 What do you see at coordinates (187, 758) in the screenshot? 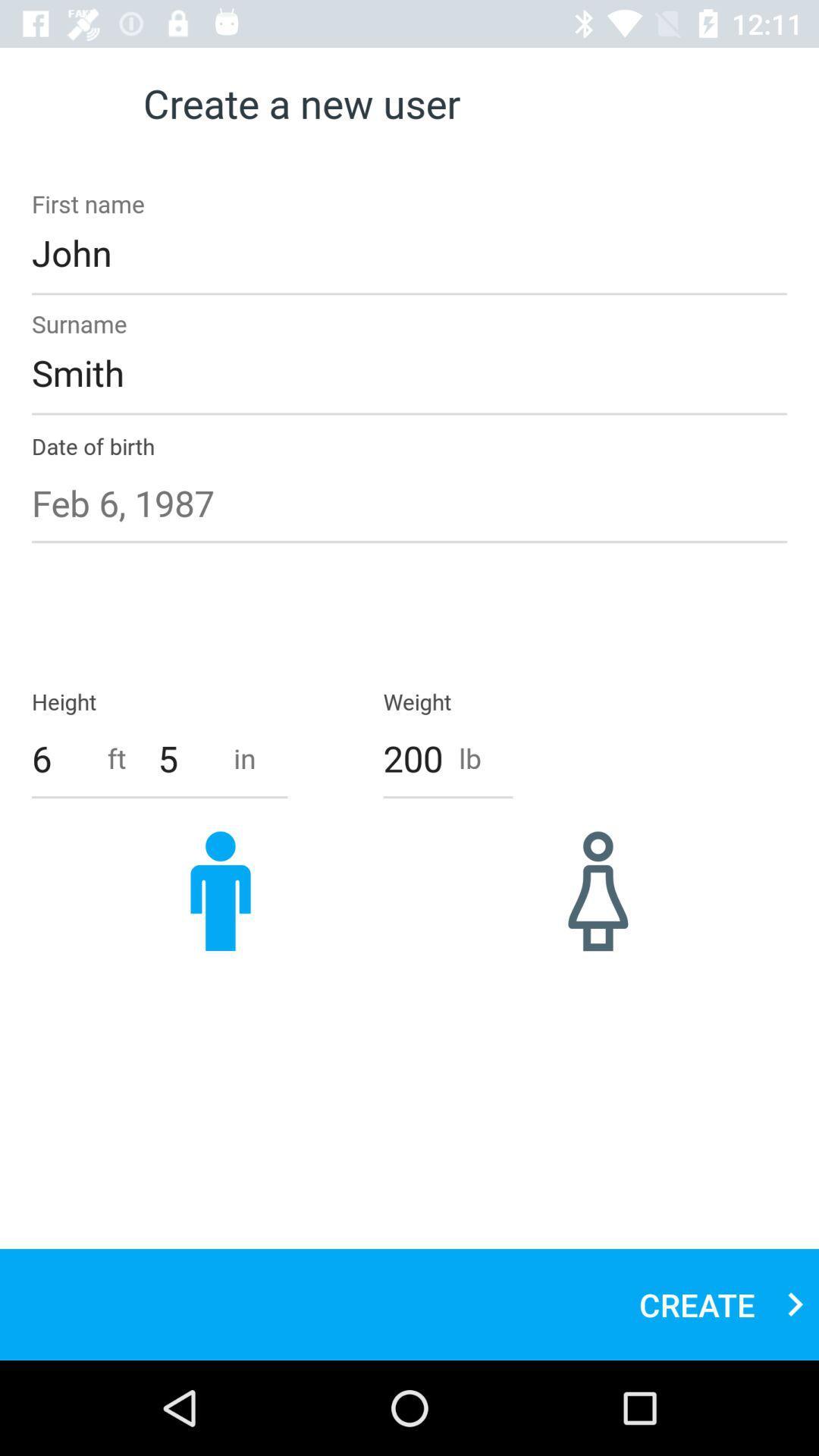
I see `item next to in icon` at bounding box center [187, 758].